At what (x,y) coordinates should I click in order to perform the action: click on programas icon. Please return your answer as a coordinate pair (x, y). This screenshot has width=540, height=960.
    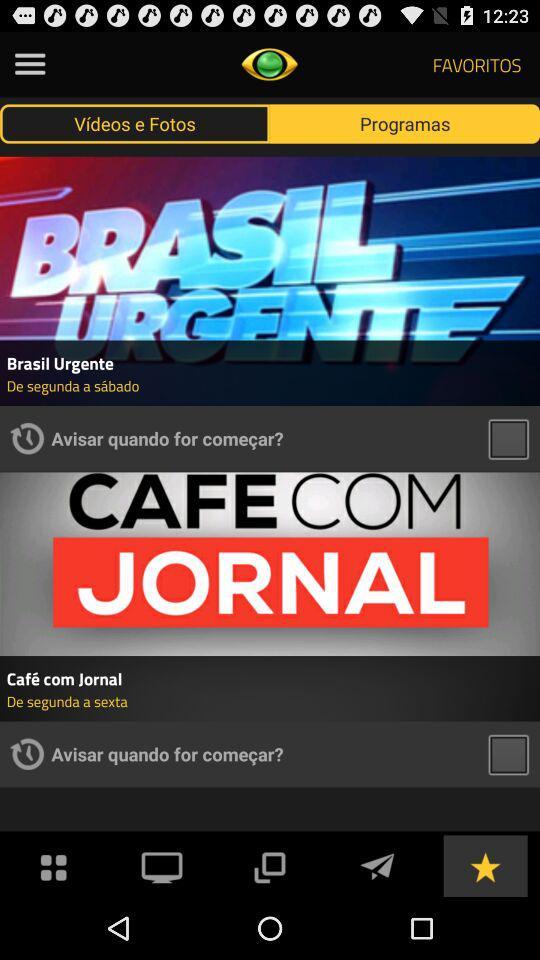
    Looking at the image, I should click on (405, 122).